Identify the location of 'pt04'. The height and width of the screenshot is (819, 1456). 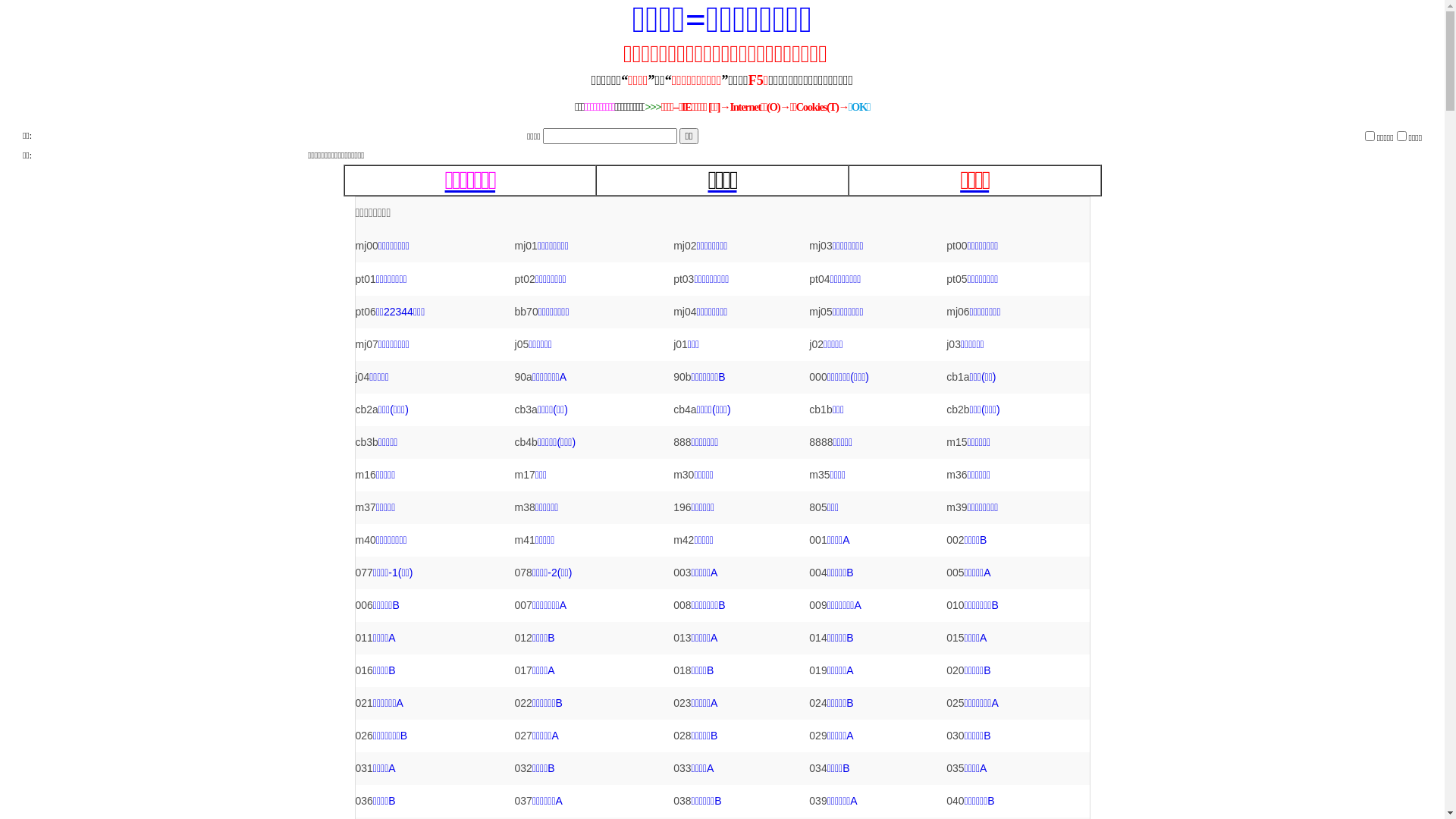
(818, 278).